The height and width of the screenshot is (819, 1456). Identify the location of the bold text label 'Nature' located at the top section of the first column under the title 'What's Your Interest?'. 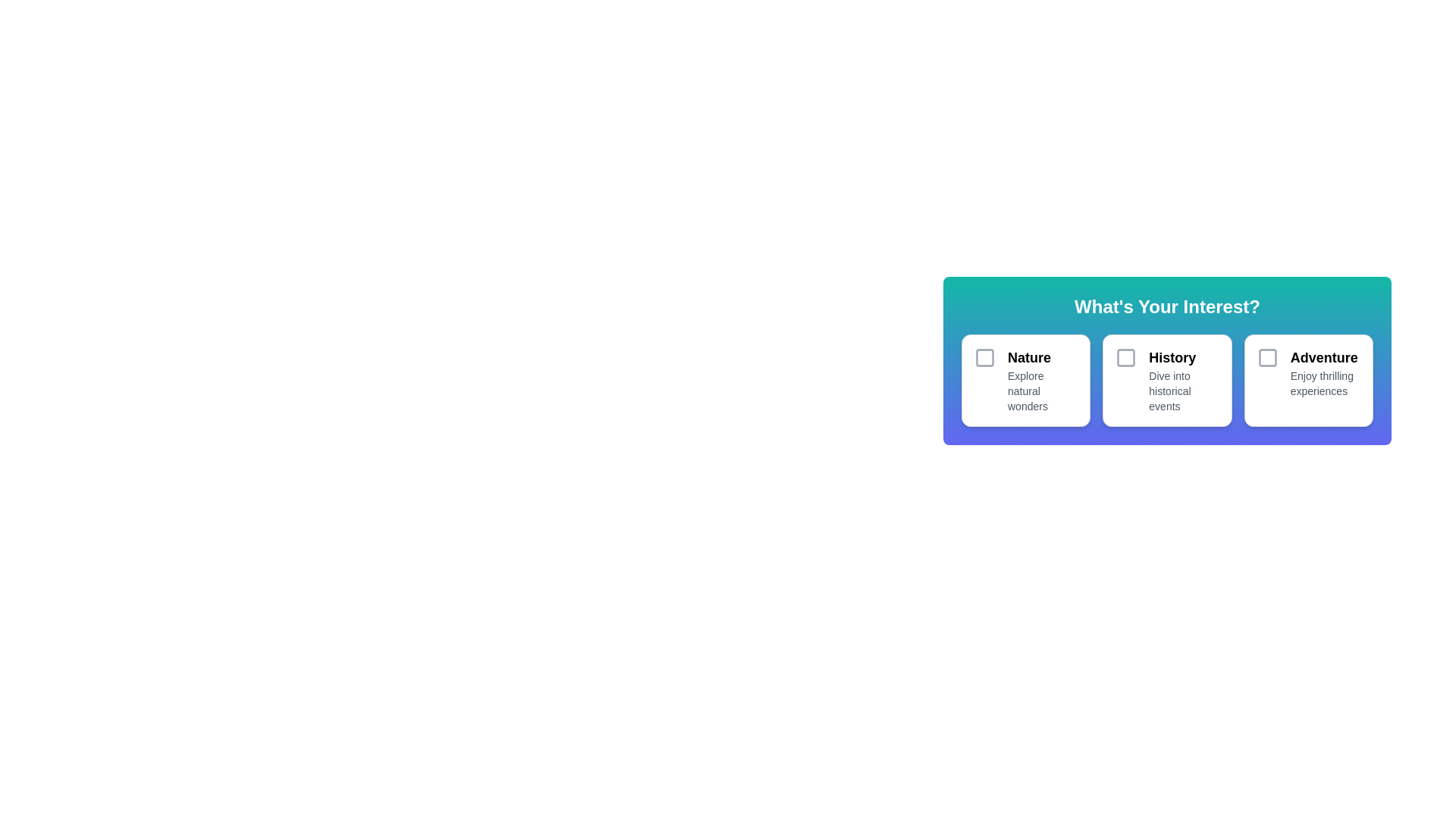
(1042, 357).